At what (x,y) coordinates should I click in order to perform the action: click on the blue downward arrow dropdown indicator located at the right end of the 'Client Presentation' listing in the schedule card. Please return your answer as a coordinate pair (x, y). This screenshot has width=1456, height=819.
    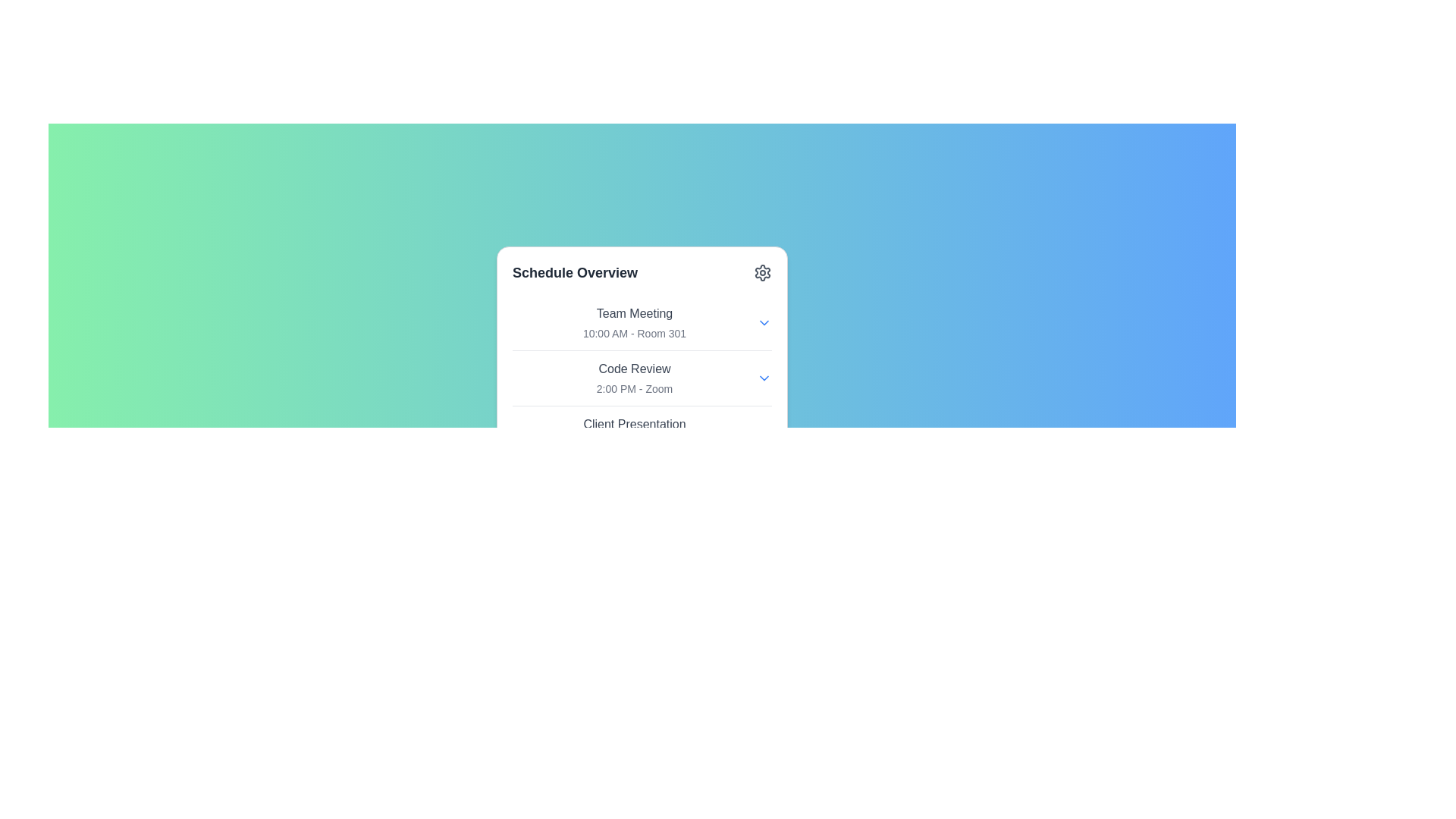
    Looking at the image, I should click on (764, 433).